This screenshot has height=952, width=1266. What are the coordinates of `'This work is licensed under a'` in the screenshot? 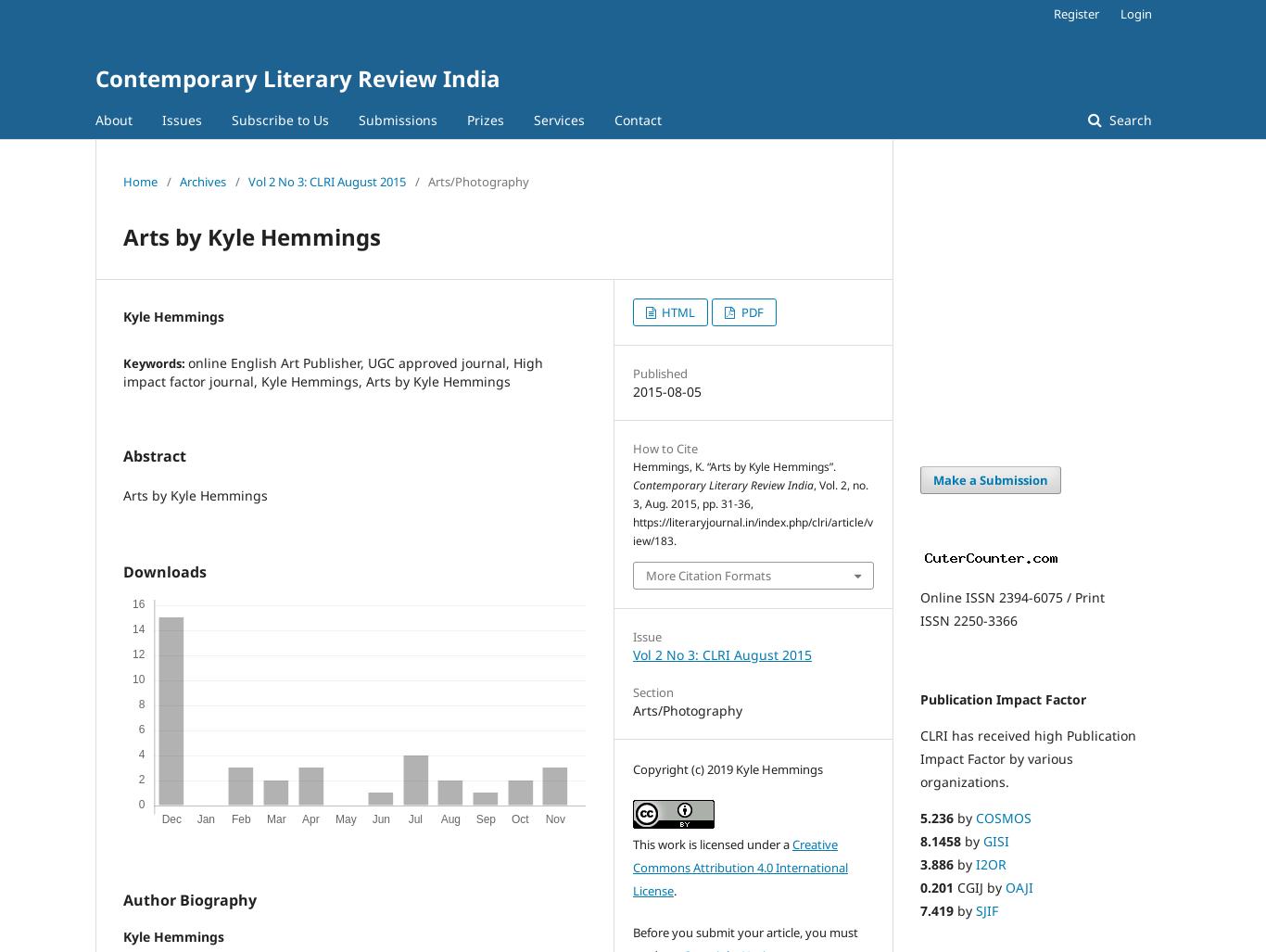 It's located at (633, 843).